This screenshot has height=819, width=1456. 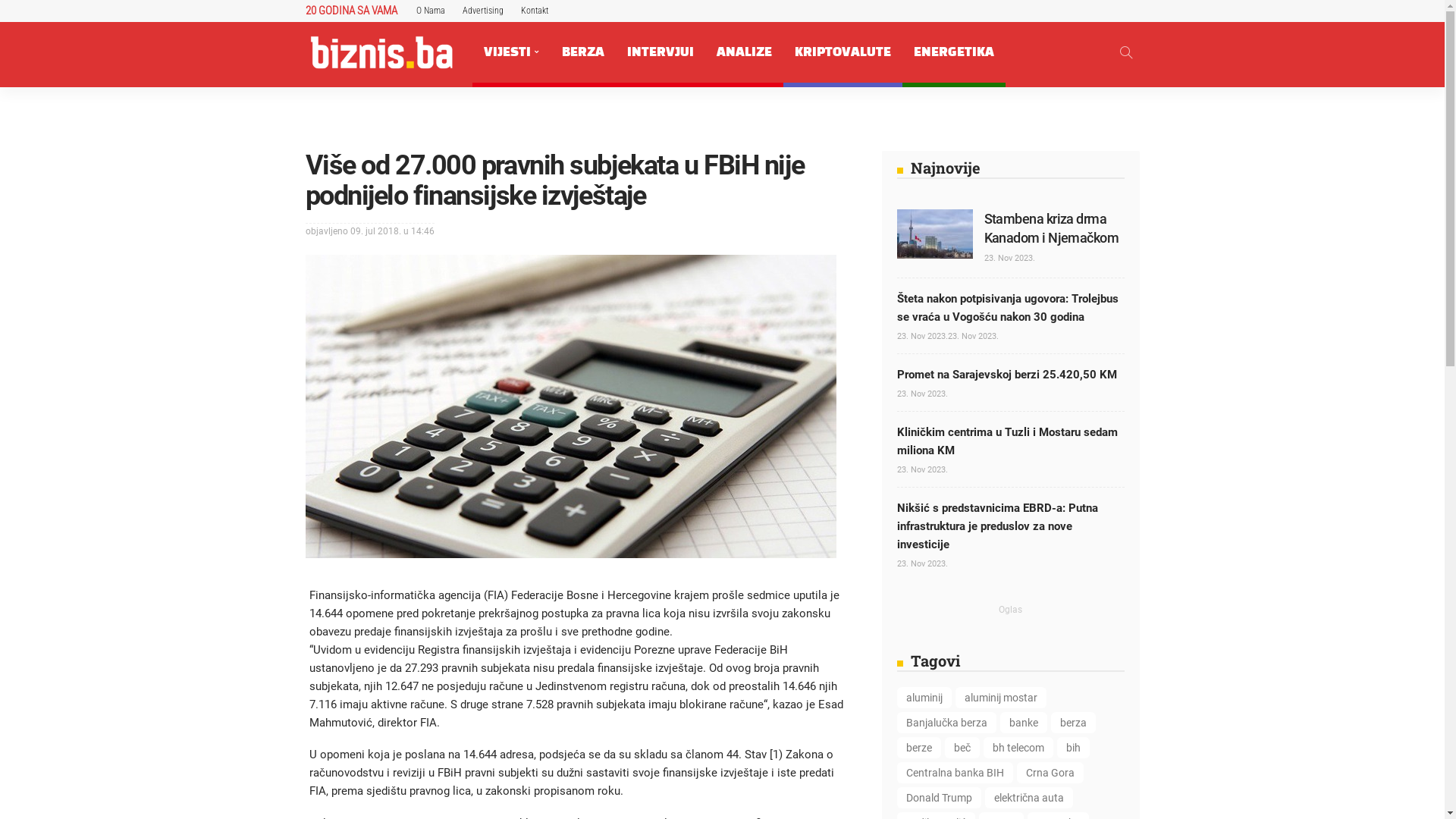 I want to click on 'BERZA', so click(x=582, y=52).